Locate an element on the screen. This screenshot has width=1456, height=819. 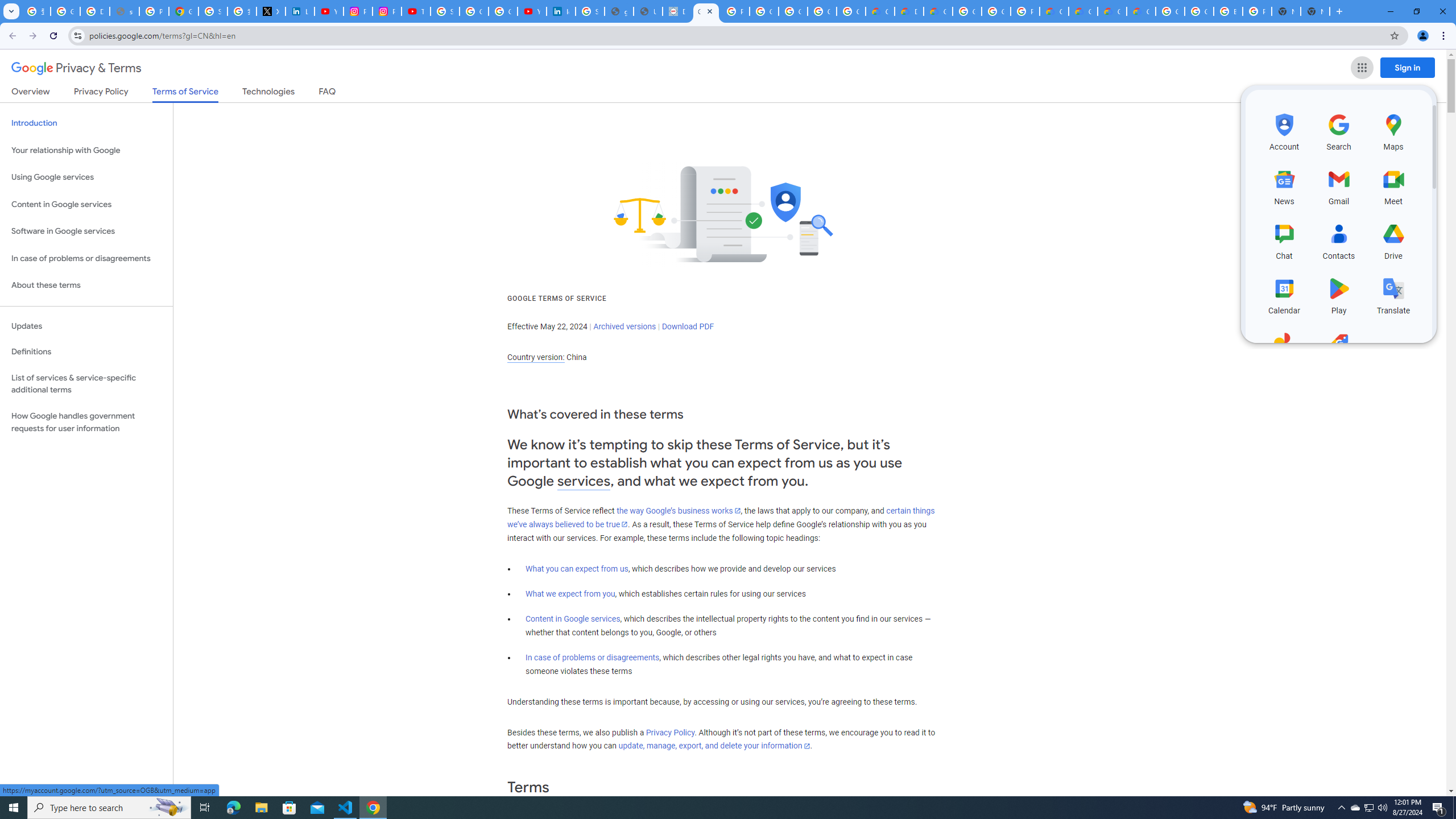
'Privacy Policy' is located at coordinates (669, 732).